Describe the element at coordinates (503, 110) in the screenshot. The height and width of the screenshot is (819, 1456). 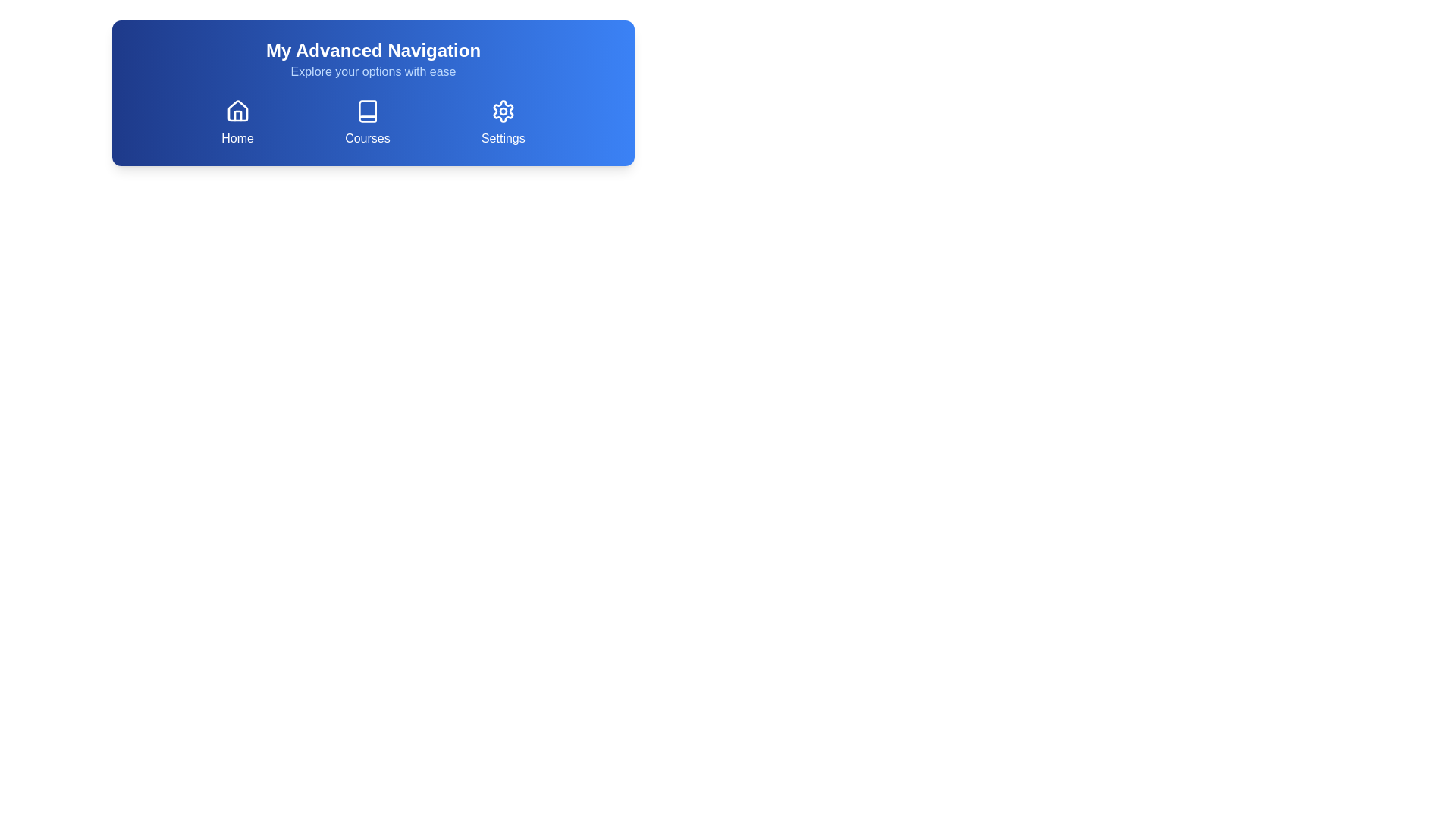
I see `the gear icon button in the Settings menu` at that location.